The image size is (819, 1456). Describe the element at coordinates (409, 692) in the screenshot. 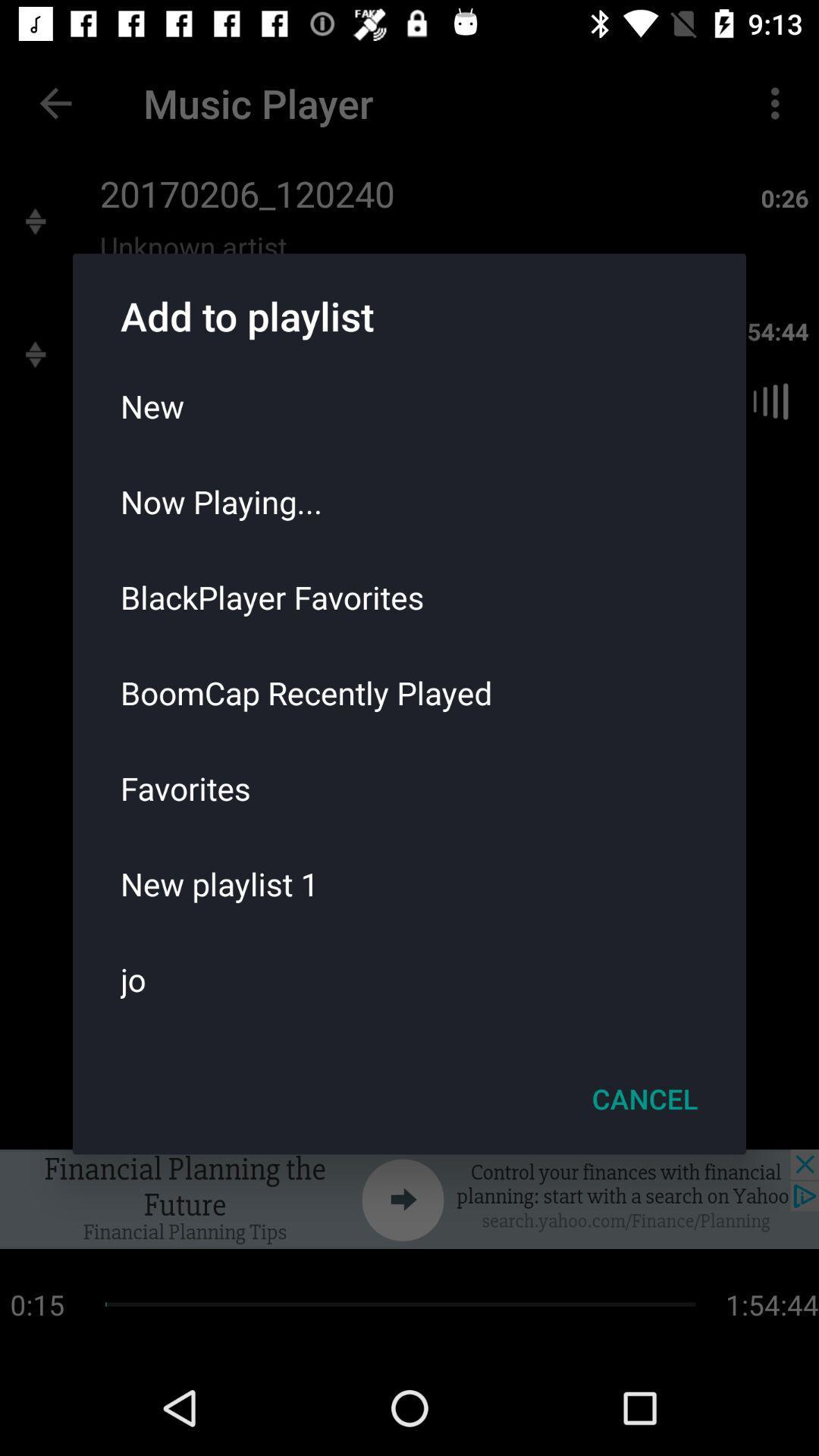

I see `the boomcap recently played icon` at that location.